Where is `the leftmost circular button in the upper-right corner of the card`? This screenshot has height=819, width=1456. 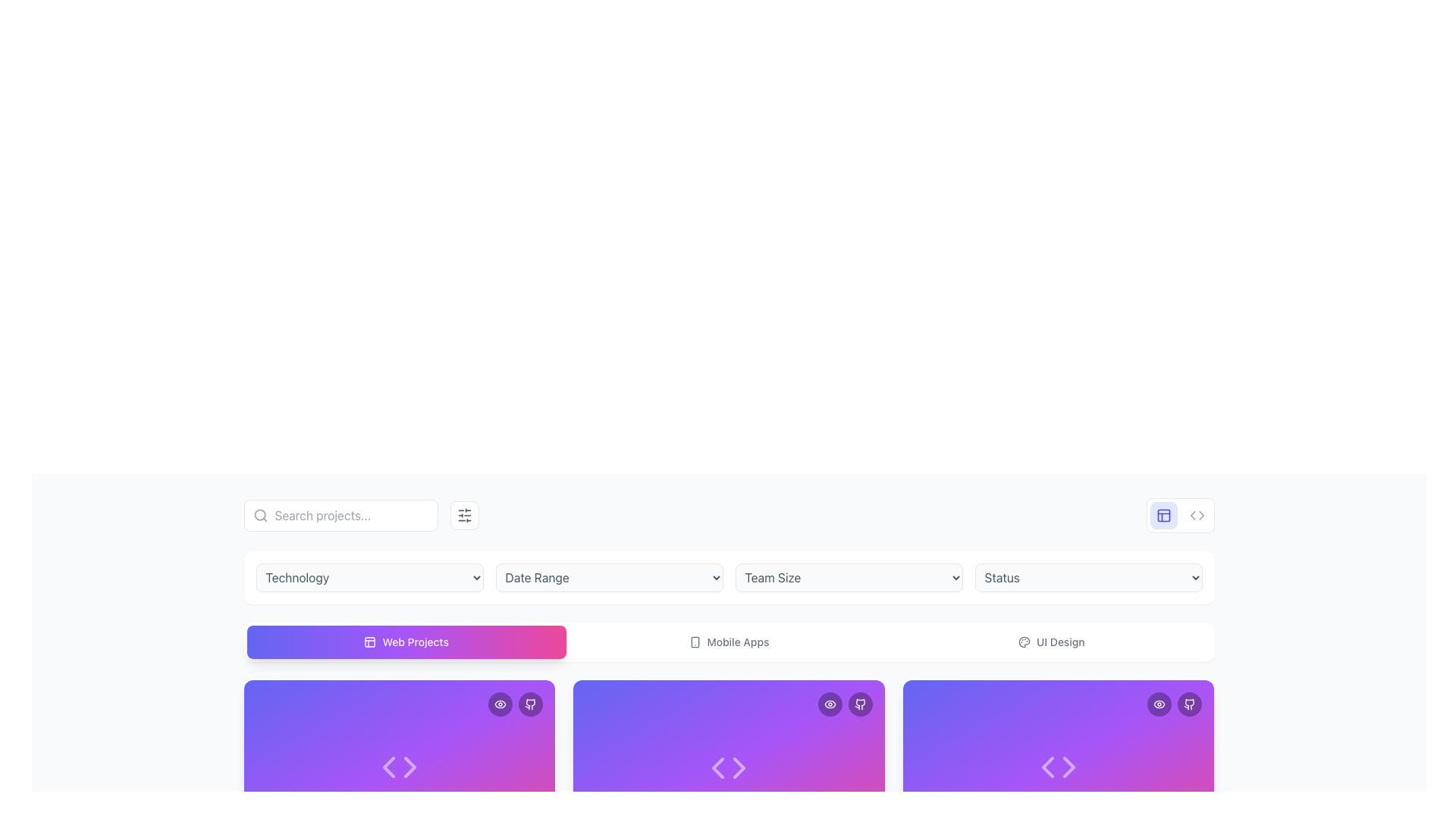
the leftmost circular button in the upper-right corner of the card is located at coordinates (829, 704).